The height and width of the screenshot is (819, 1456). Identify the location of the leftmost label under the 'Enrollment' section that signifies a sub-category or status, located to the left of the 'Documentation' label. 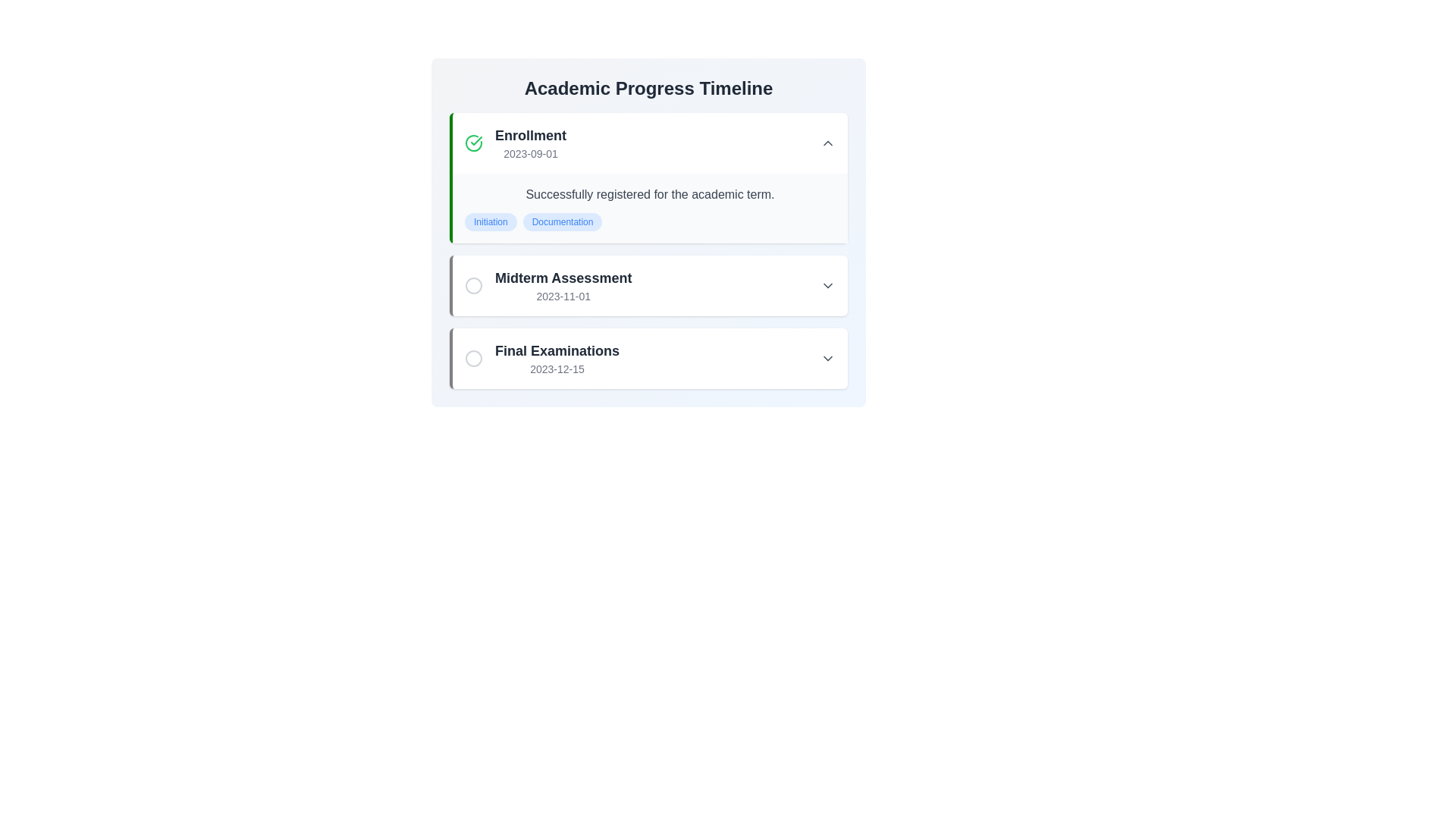
(491, 222).